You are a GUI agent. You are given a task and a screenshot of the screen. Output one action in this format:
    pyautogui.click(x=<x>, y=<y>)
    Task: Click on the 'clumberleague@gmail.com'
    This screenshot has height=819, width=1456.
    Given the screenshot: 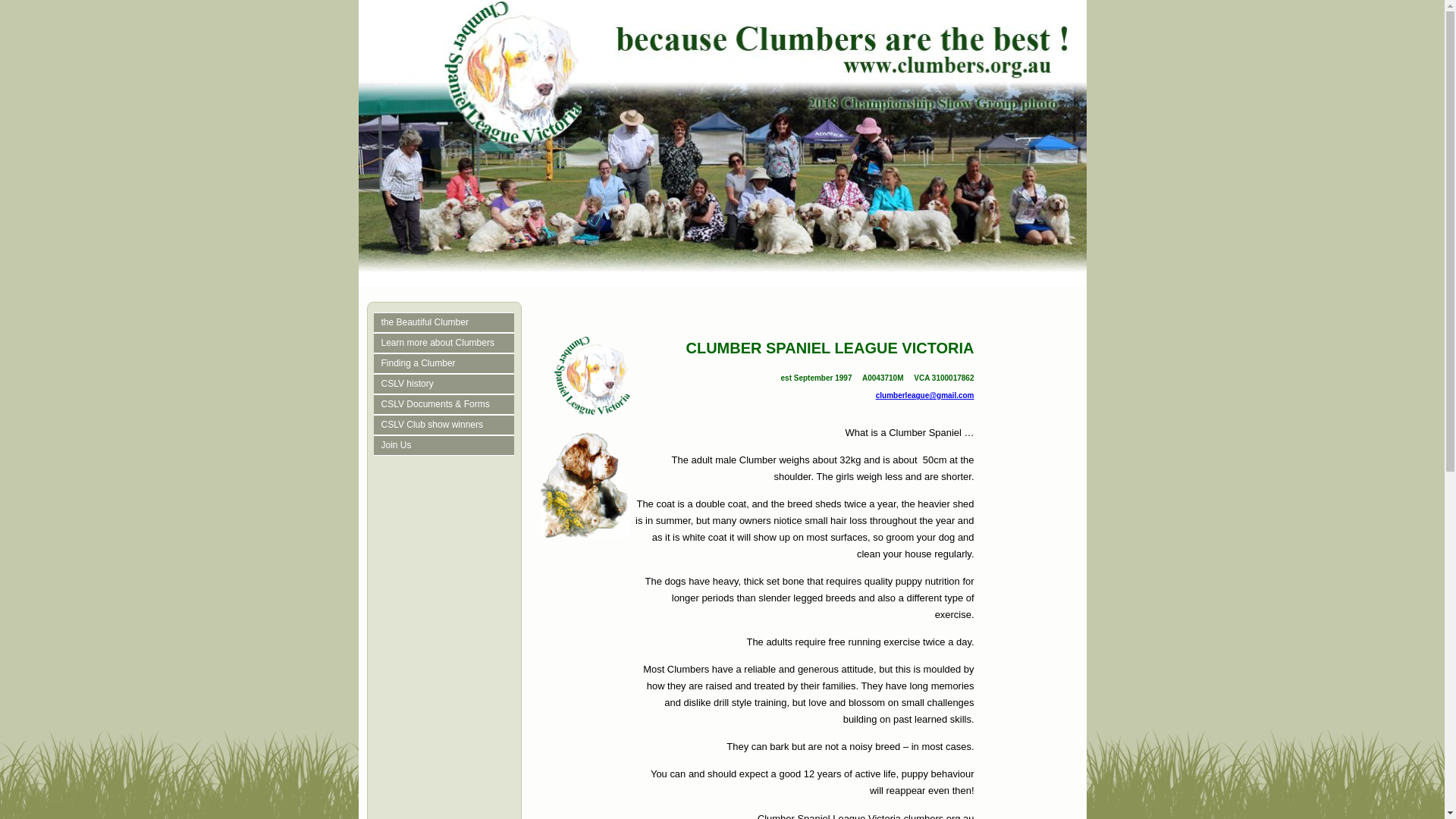 What is the action you would take?
    pyautogui.click(x=924, y=394)
    